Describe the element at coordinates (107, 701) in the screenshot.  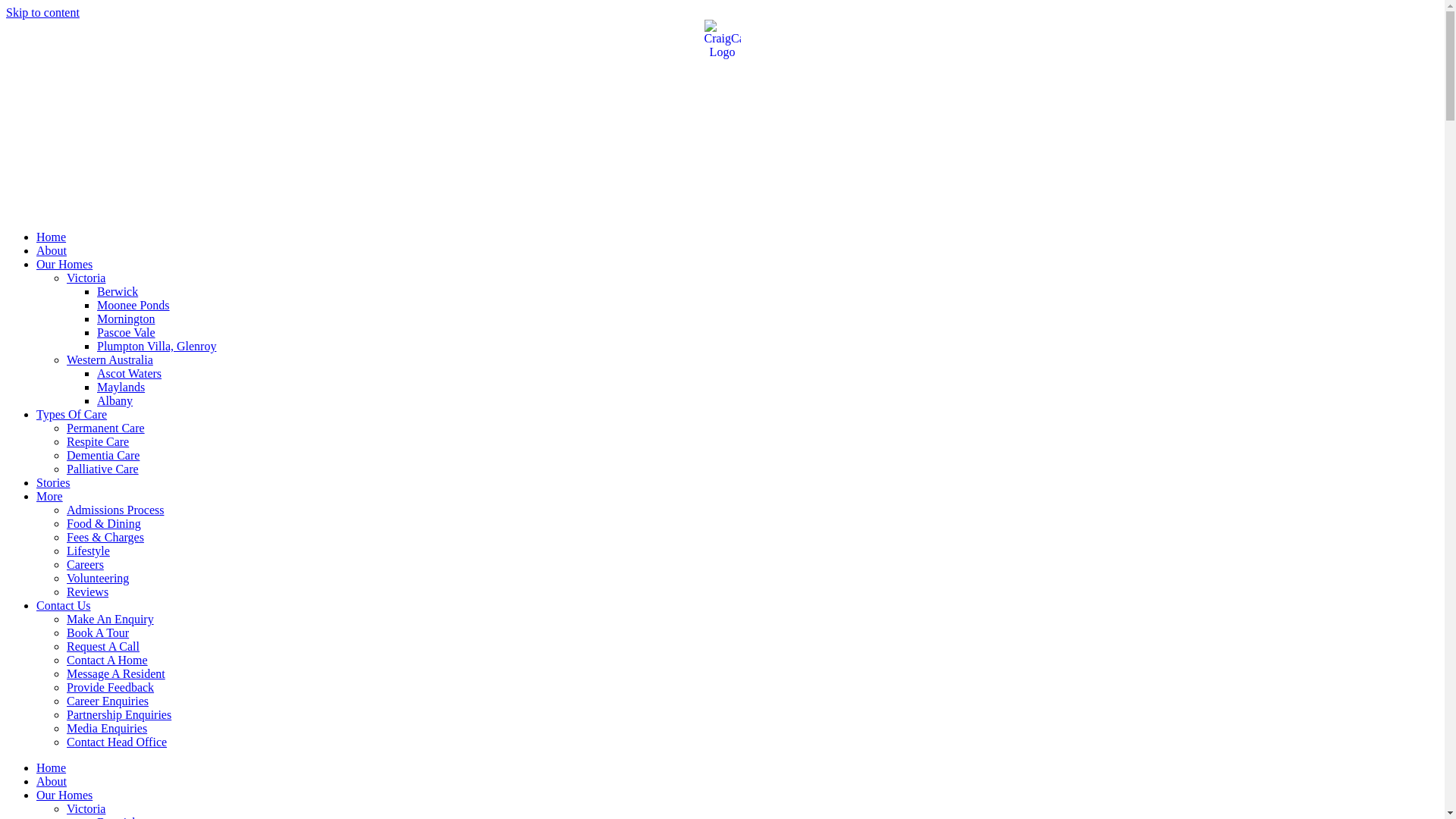
I see `'Career Enquiries'` at that location.